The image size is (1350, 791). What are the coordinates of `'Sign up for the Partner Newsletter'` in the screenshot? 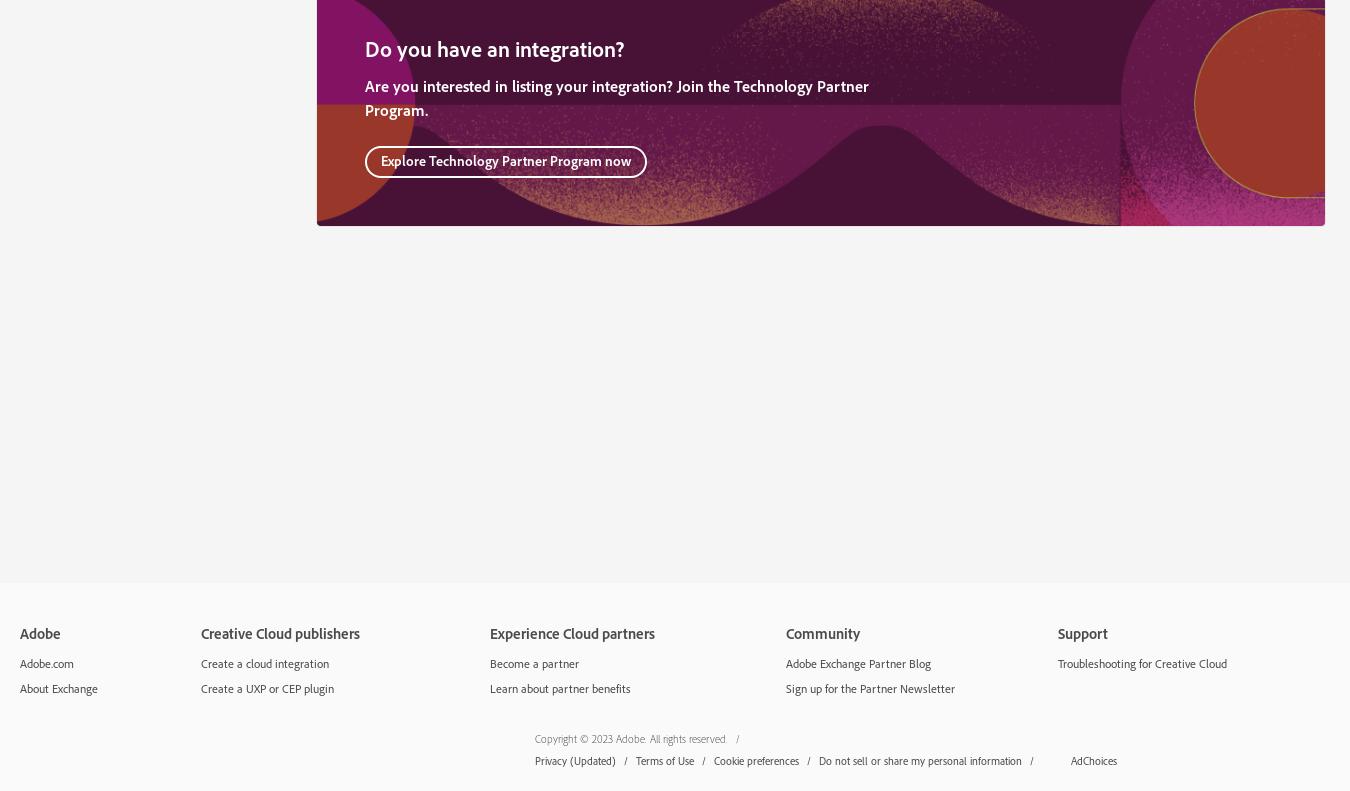 It's located at (869, 686).